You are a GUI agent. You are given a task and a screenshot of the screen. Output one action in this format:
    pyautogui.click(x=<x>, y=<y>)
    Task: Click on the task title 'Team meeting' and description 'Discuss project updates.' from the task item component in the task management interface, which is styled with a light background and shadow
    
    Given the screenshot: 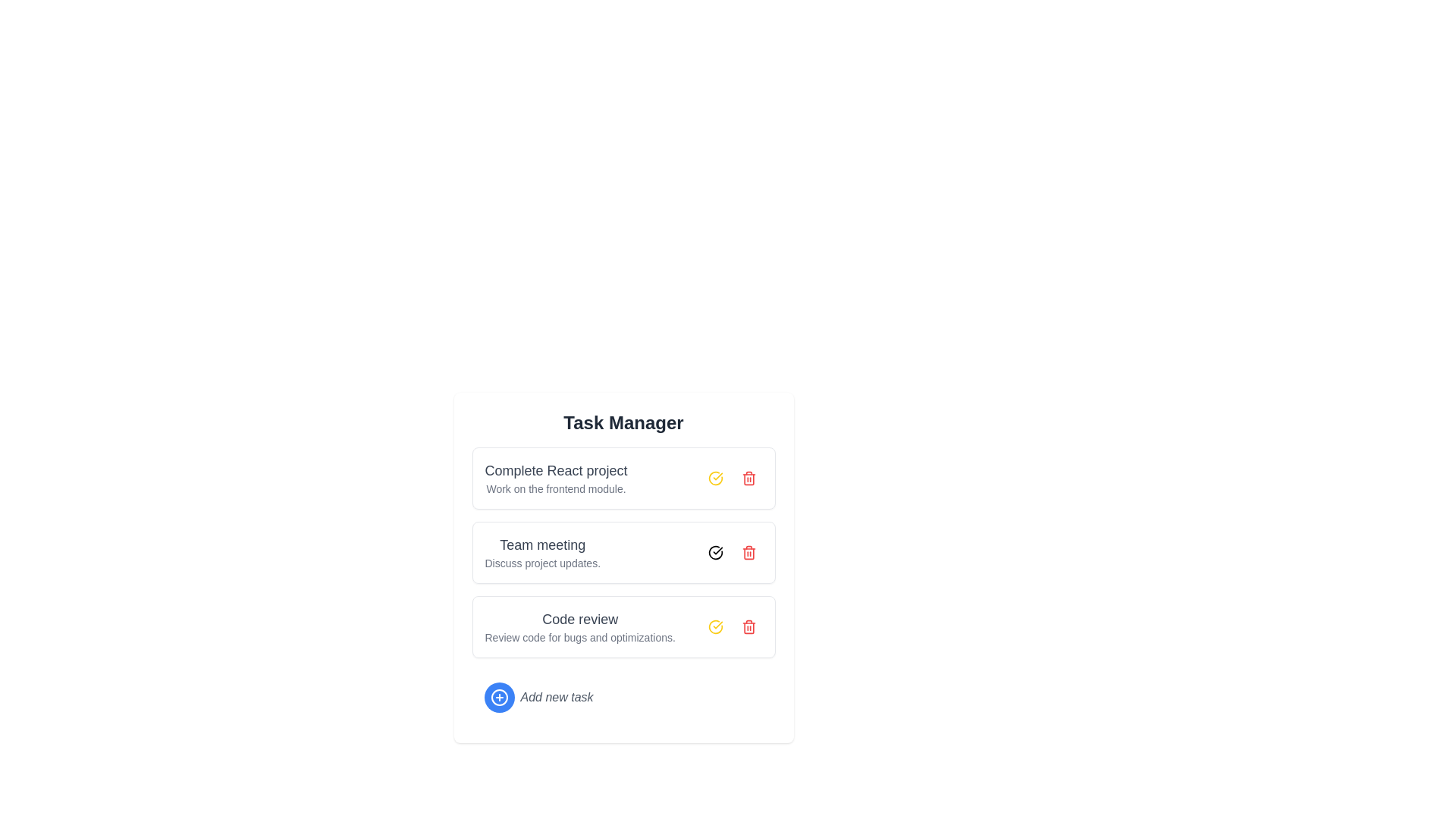 What is the action you would take?
    pyautogui.click(x=623, y=553)
    